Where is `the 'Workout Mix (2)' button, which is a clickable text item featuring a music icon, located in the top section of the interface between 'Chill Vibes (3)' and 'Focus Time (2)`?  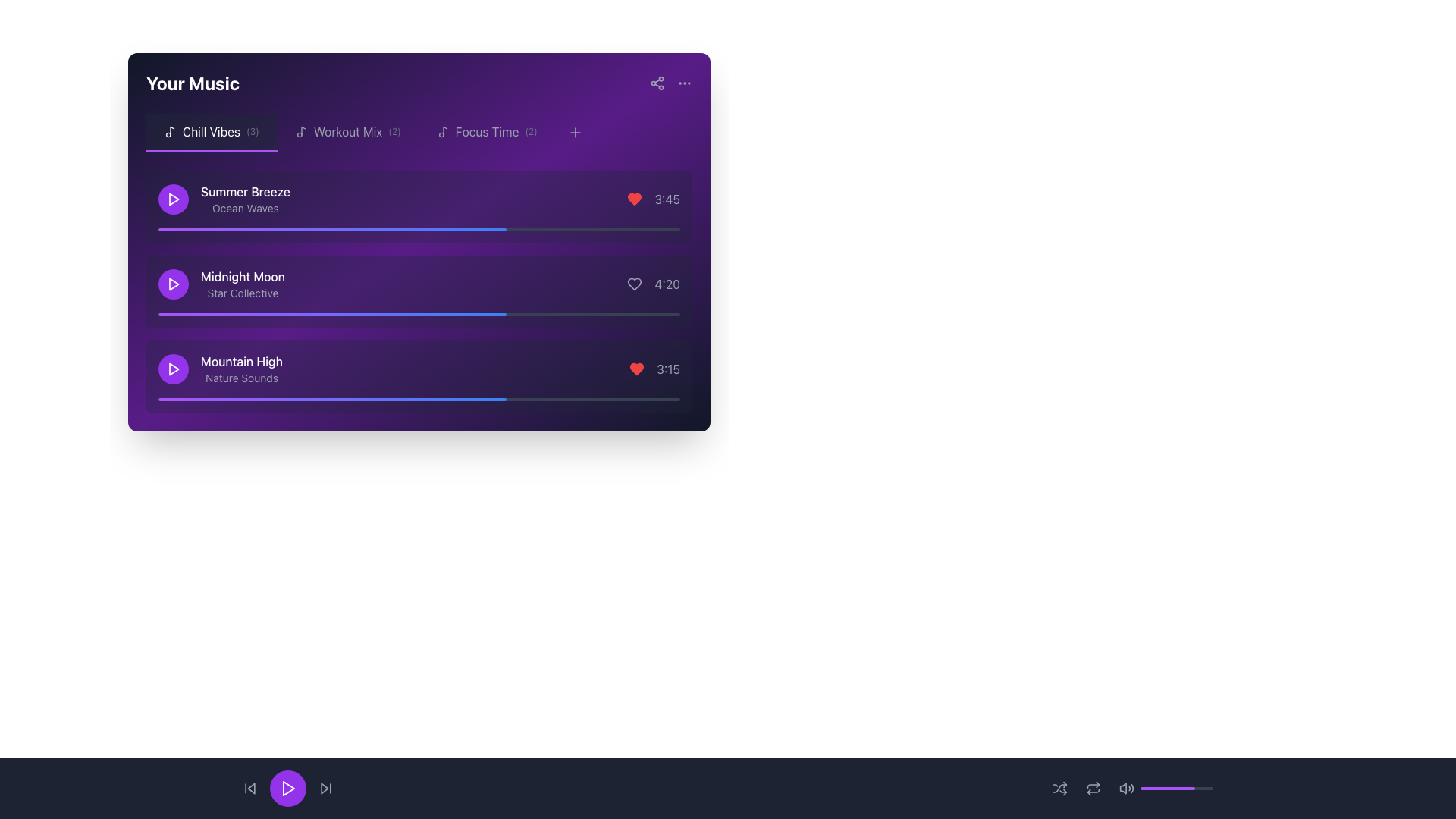
the 'Workout Mix (2)' button, which is a clickable text item featuring a music icon, located in the top section of the interface between 'Chill Vibes (3)' and 'Focus Time (2) is located at coordinates (347, 131).